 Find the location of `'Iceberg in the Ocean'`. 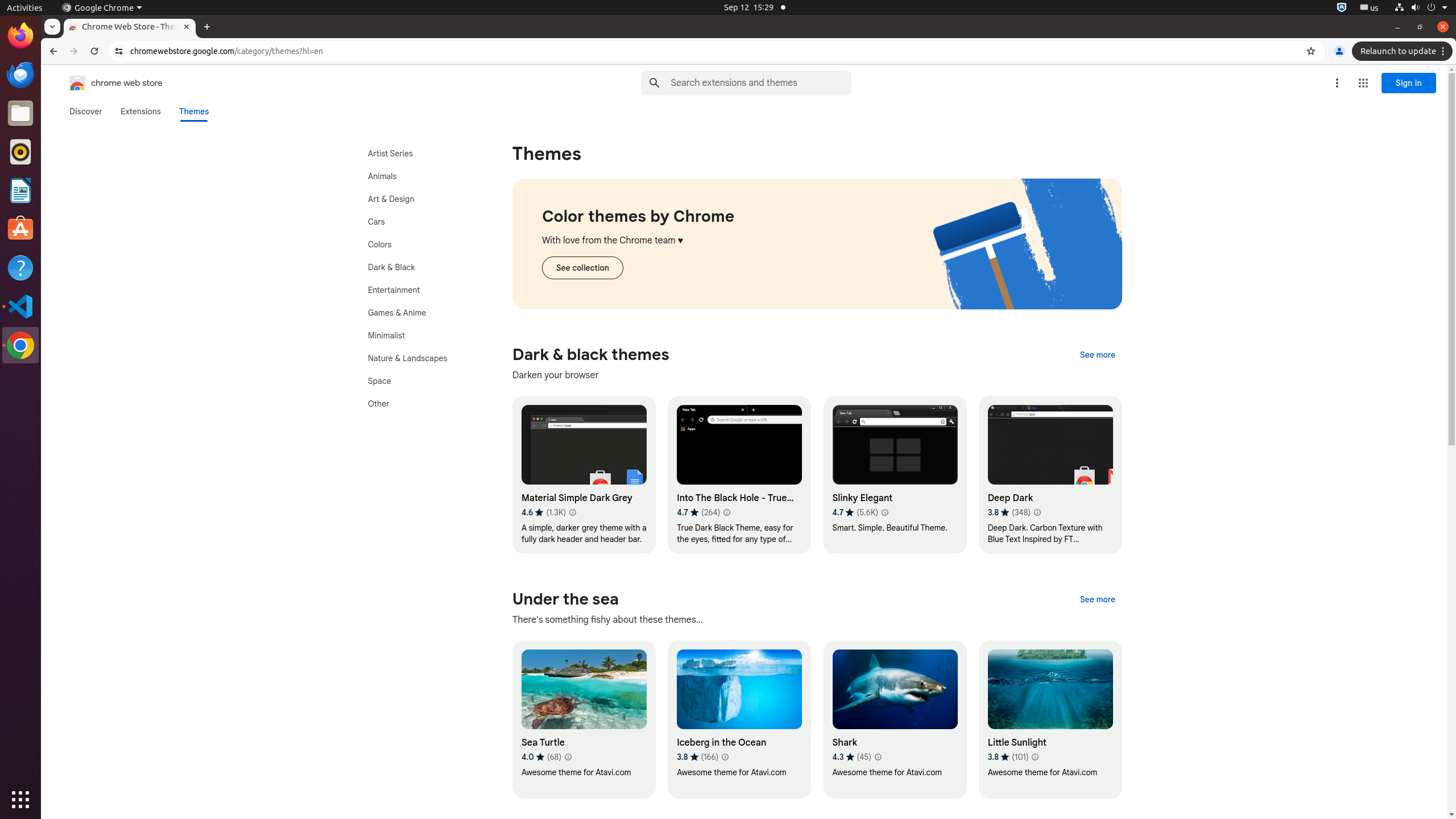

'Iceberg in the Ocean' is located at coordinates (739, 719).